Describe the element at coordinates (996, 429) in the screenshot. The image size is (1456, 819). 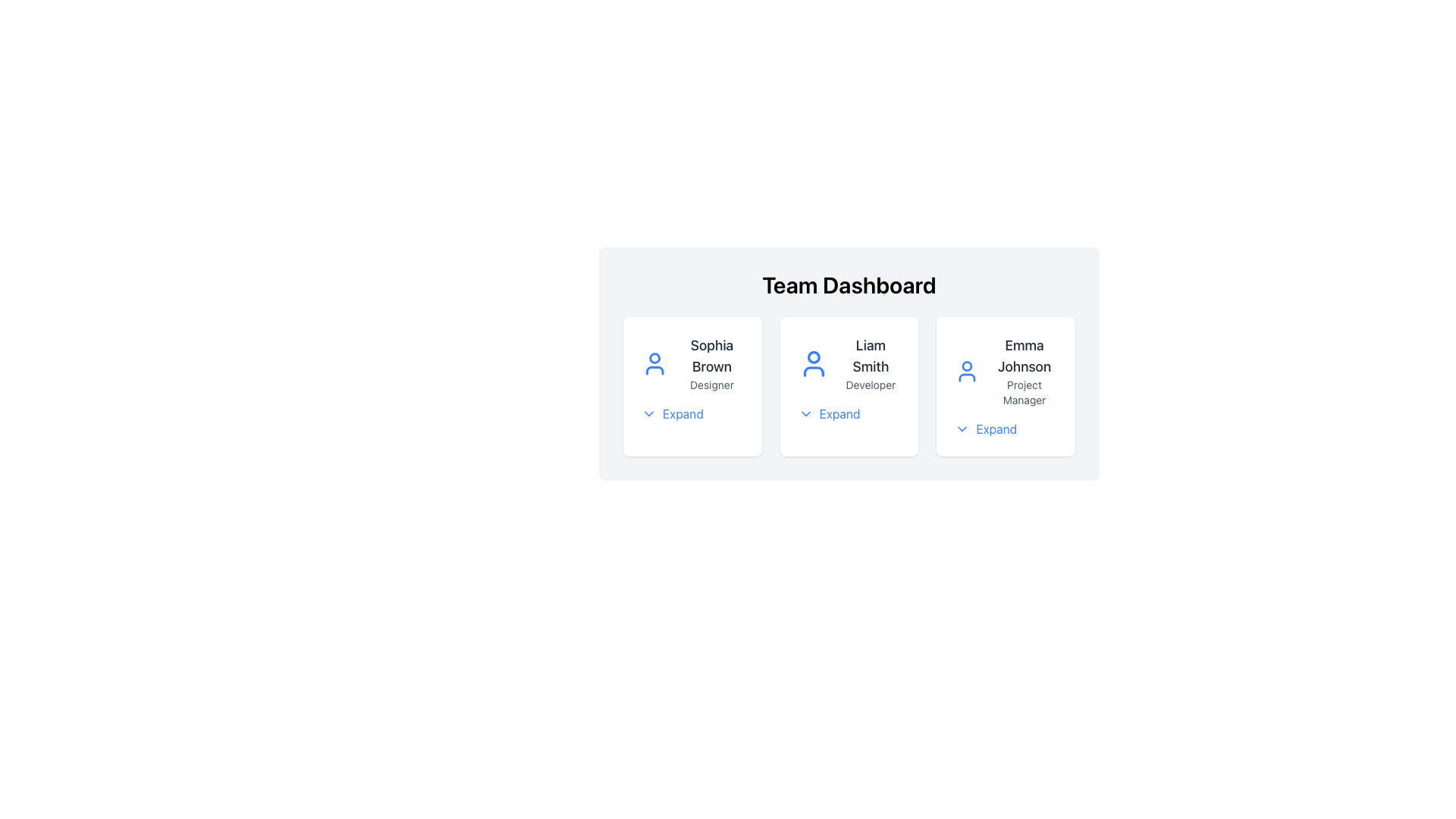
I see `the text label that allows users to expand or reveal additional details related to 'Emma Johnson's profile, labeled 'Project Manager', for accessibility support` at that location.